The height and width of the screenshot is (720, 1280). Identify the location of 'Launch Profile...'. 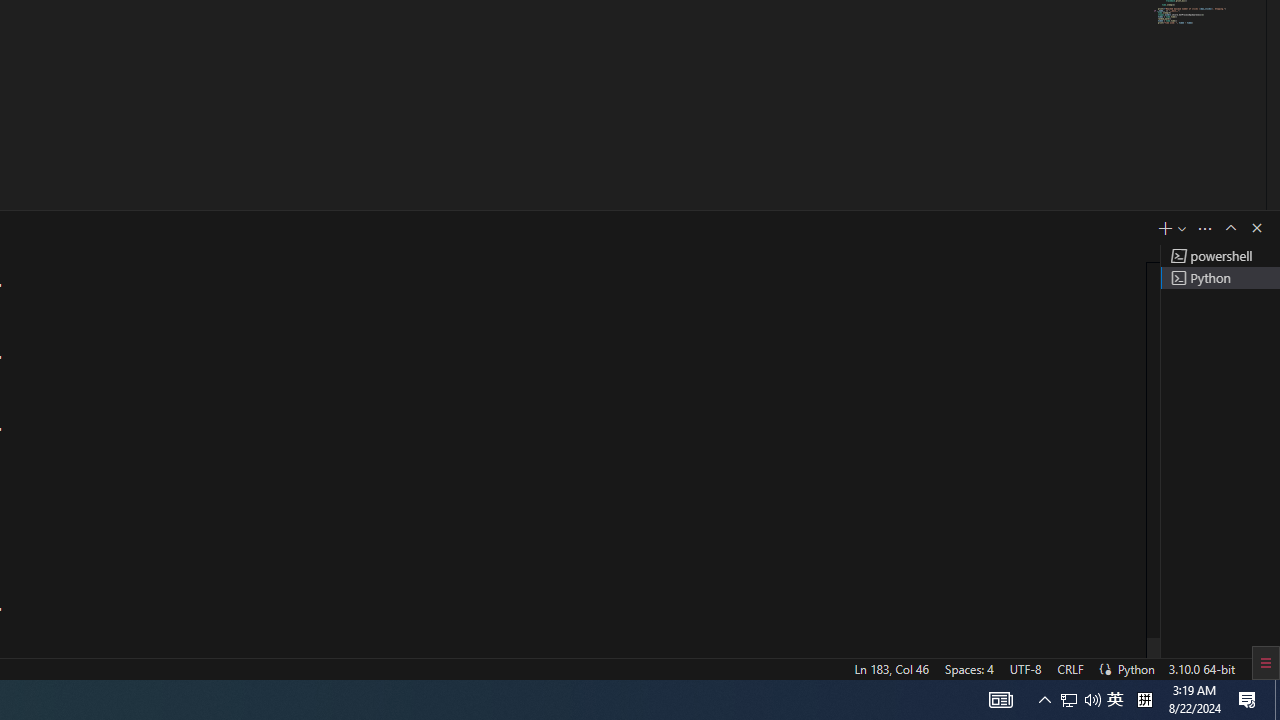
(1182, 227).